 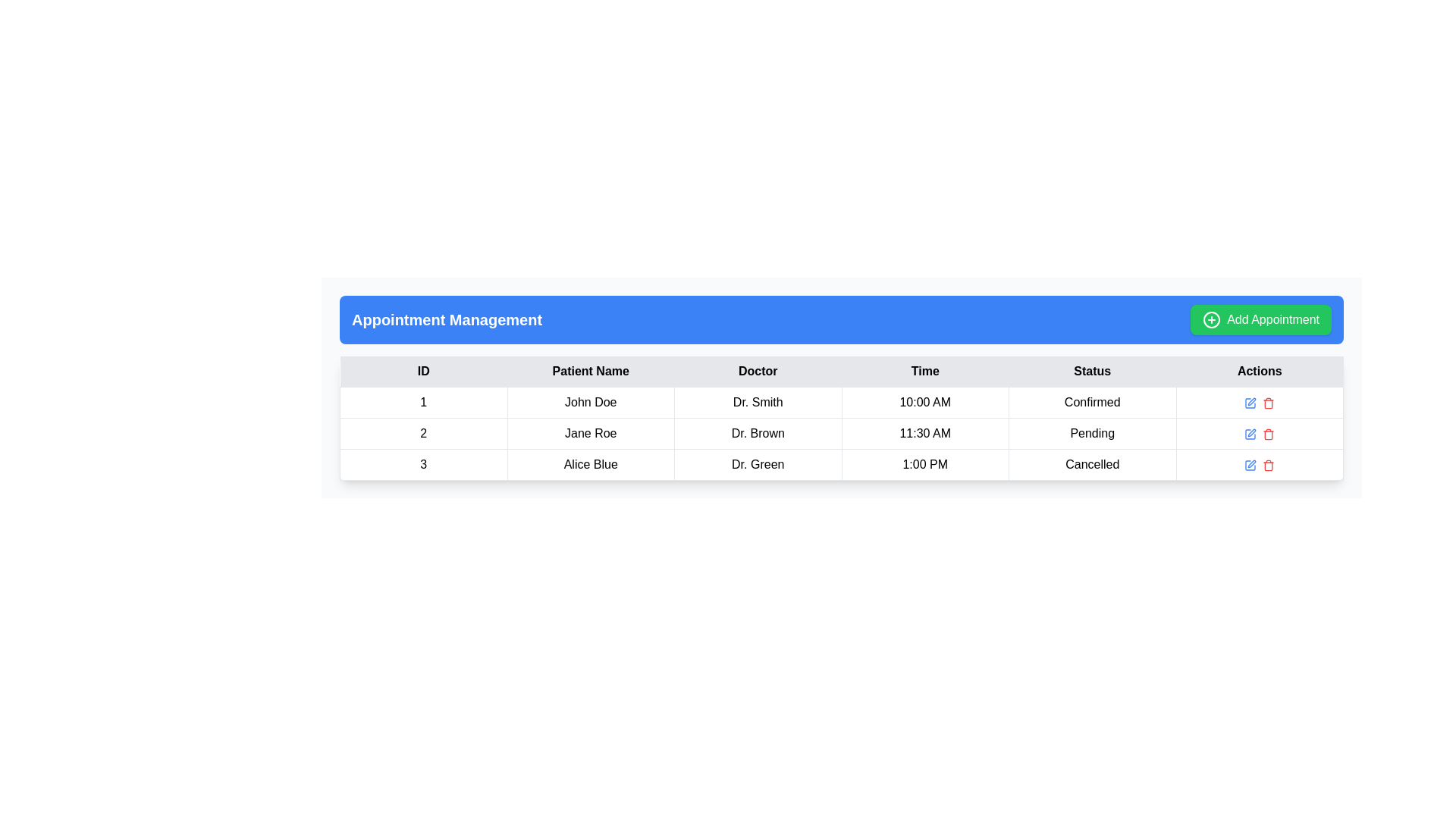 What do you see at coordinates (1260, 464) in the screenshot?
I see `the Control group containing interactive buttons for 'Alice Blue', which includes a blue pencil icon for editing and a red trash icon for deletion` at bounding box center [1260, 464].